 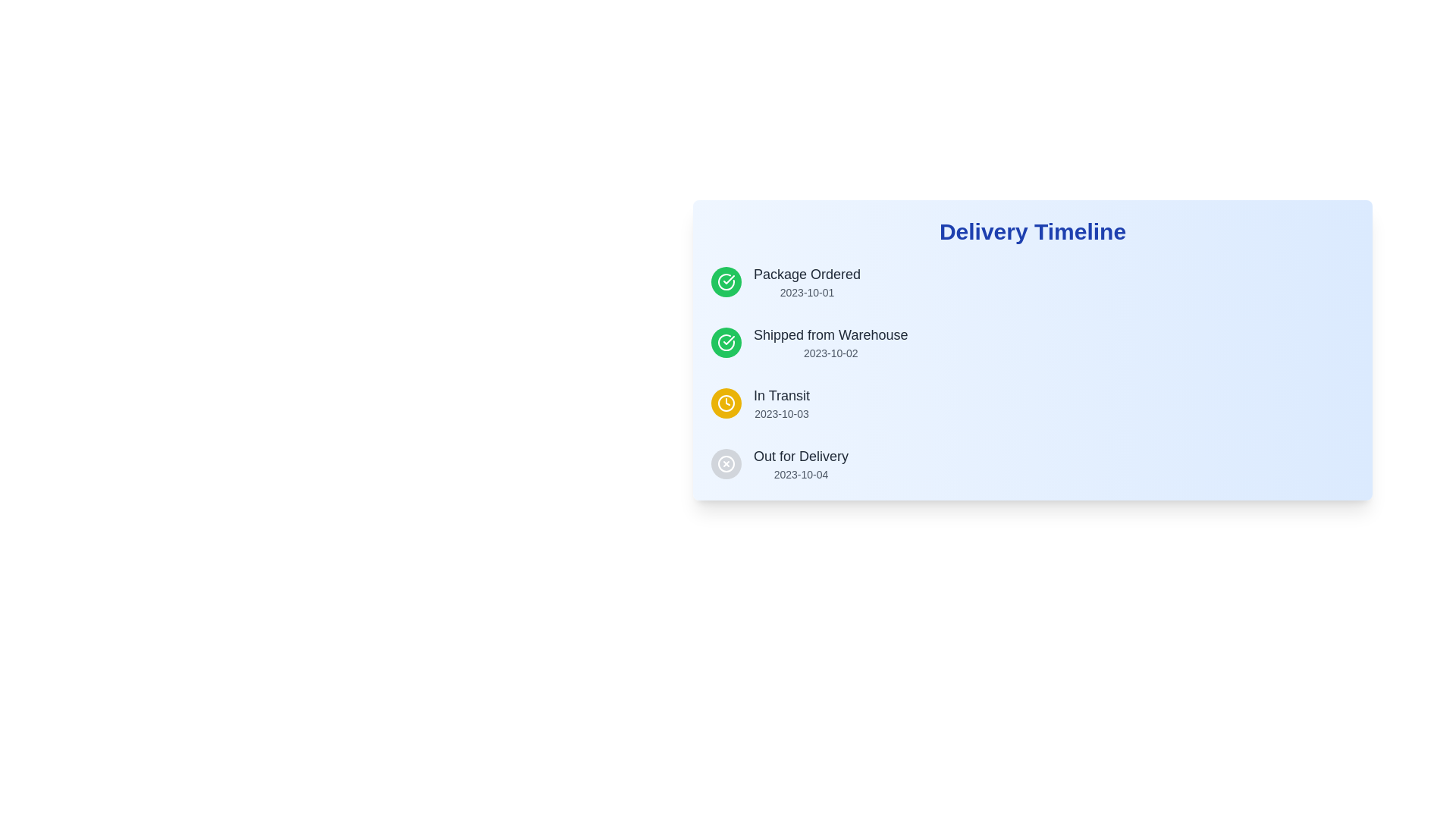 What do you see at coordinates (782, 414) in the screenshot?
I see `timestamp text label indicating the date associated with the 'In Transit' status for the delivery, located beneath the 'In Transit' text and aligned horizontally within the same section` at bounding box center [782, 414].